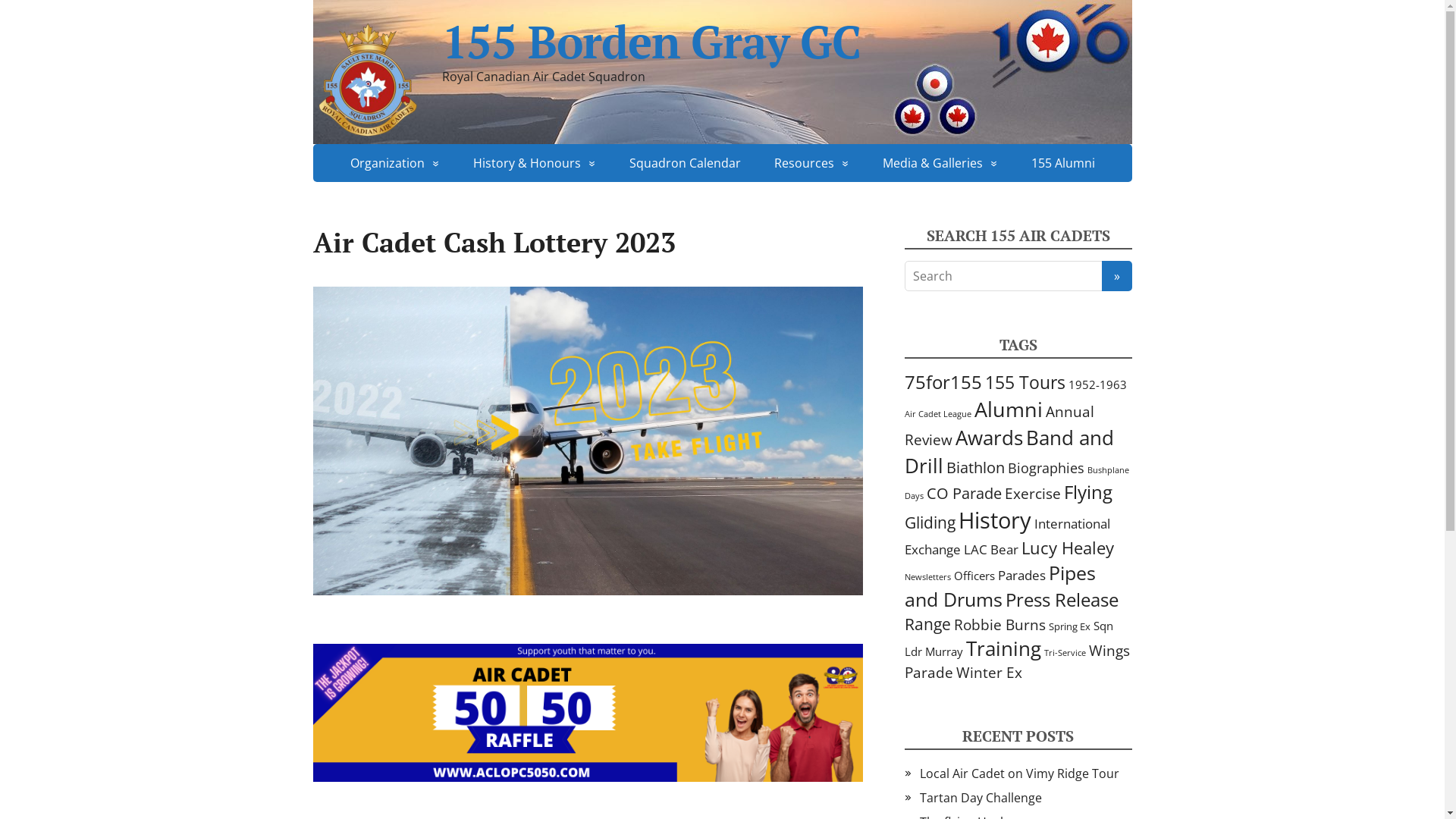 The image size is (1456, 819). What do you see at coordinates (1097, 383) in the screenshot?
I see `'1952-1963'` at bounding box center [1097, 383].